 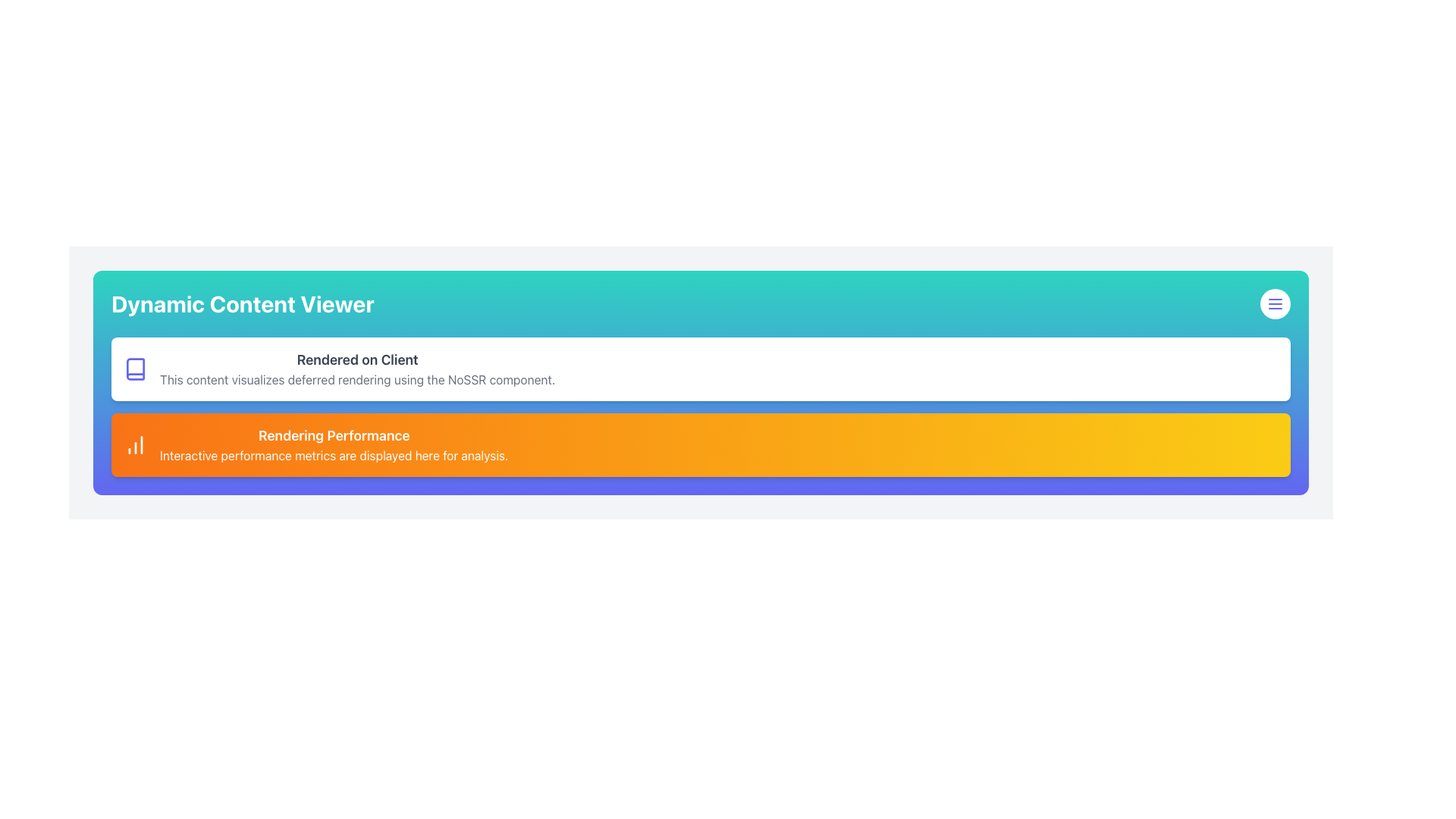 What do you see at coordinates (135, 369) in the screenshot?
I see `the indigo book icon, which is a vector graphic located at the top-left corner of a white rounded rectangular card, adjacent to the text 'Rendered on Client'` at bounding box center [135, 369].